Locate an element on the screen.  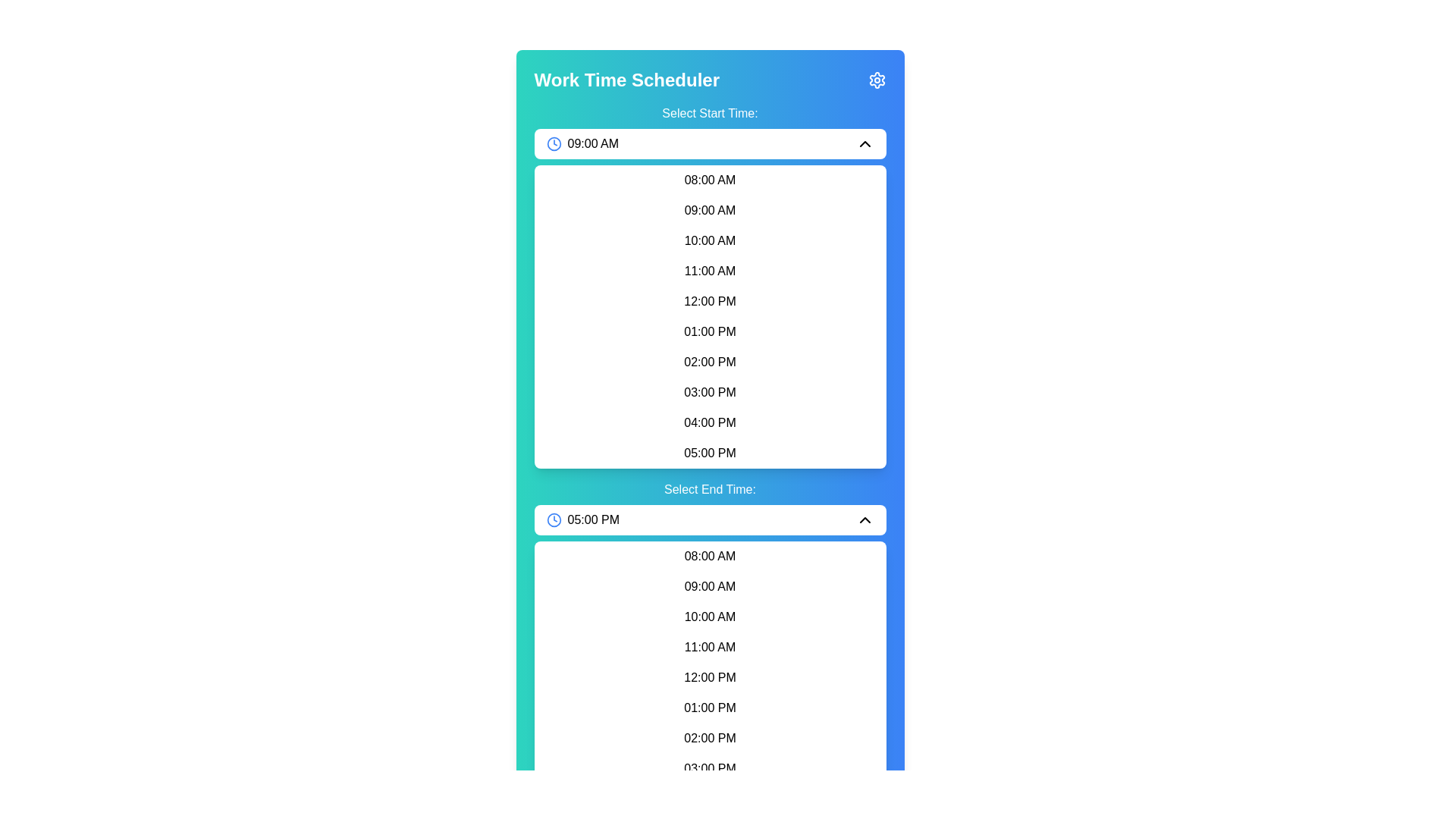
the first dropdown option for selecting the start time, which displays '09:00 AM' is located at coordinates (709, 143).